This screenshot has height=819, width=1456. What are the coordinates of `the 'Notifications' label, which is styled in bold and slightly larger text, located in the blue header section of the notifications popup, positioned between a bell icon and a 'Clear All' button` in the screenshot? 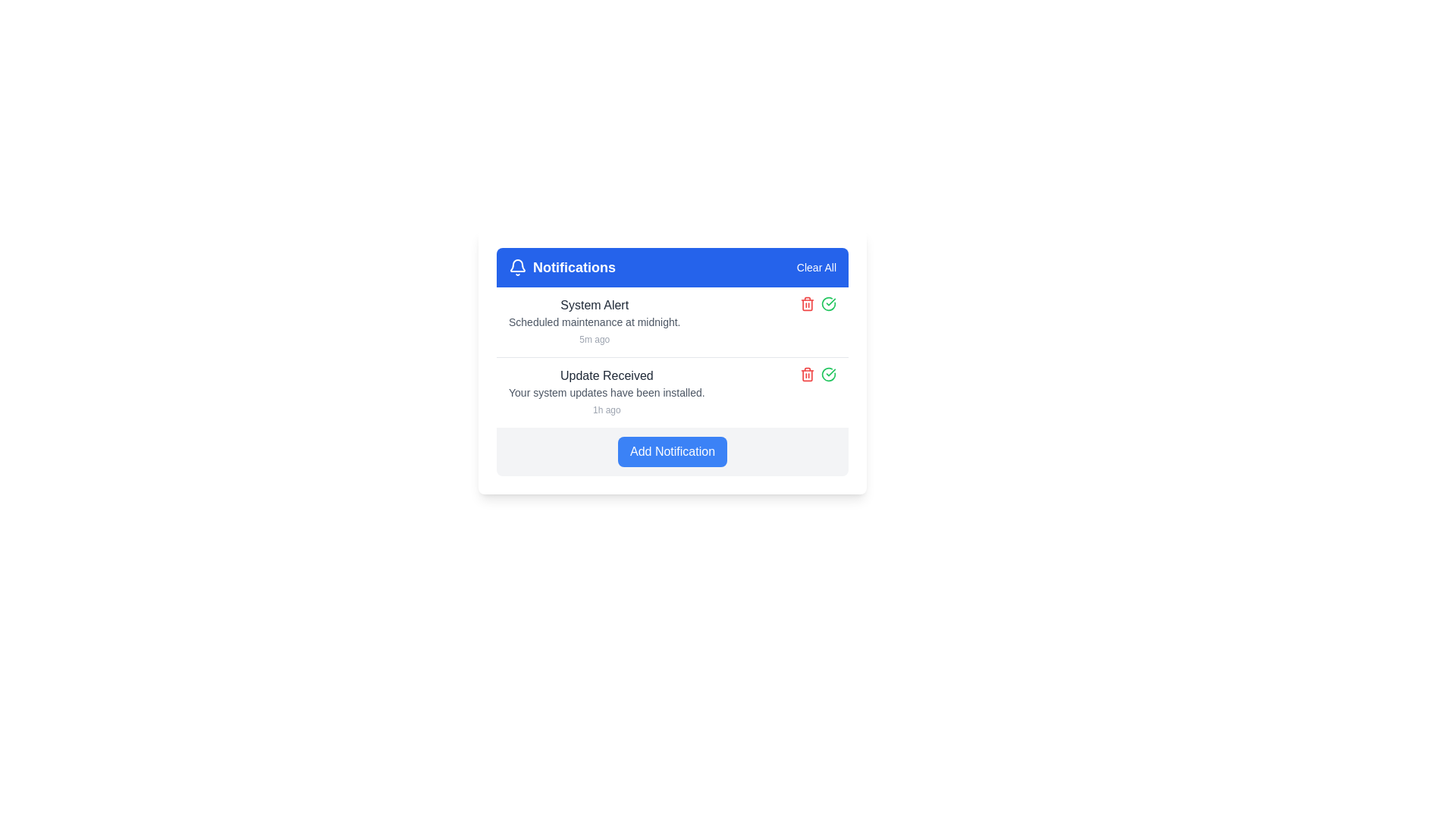 It's located at (573, 267).